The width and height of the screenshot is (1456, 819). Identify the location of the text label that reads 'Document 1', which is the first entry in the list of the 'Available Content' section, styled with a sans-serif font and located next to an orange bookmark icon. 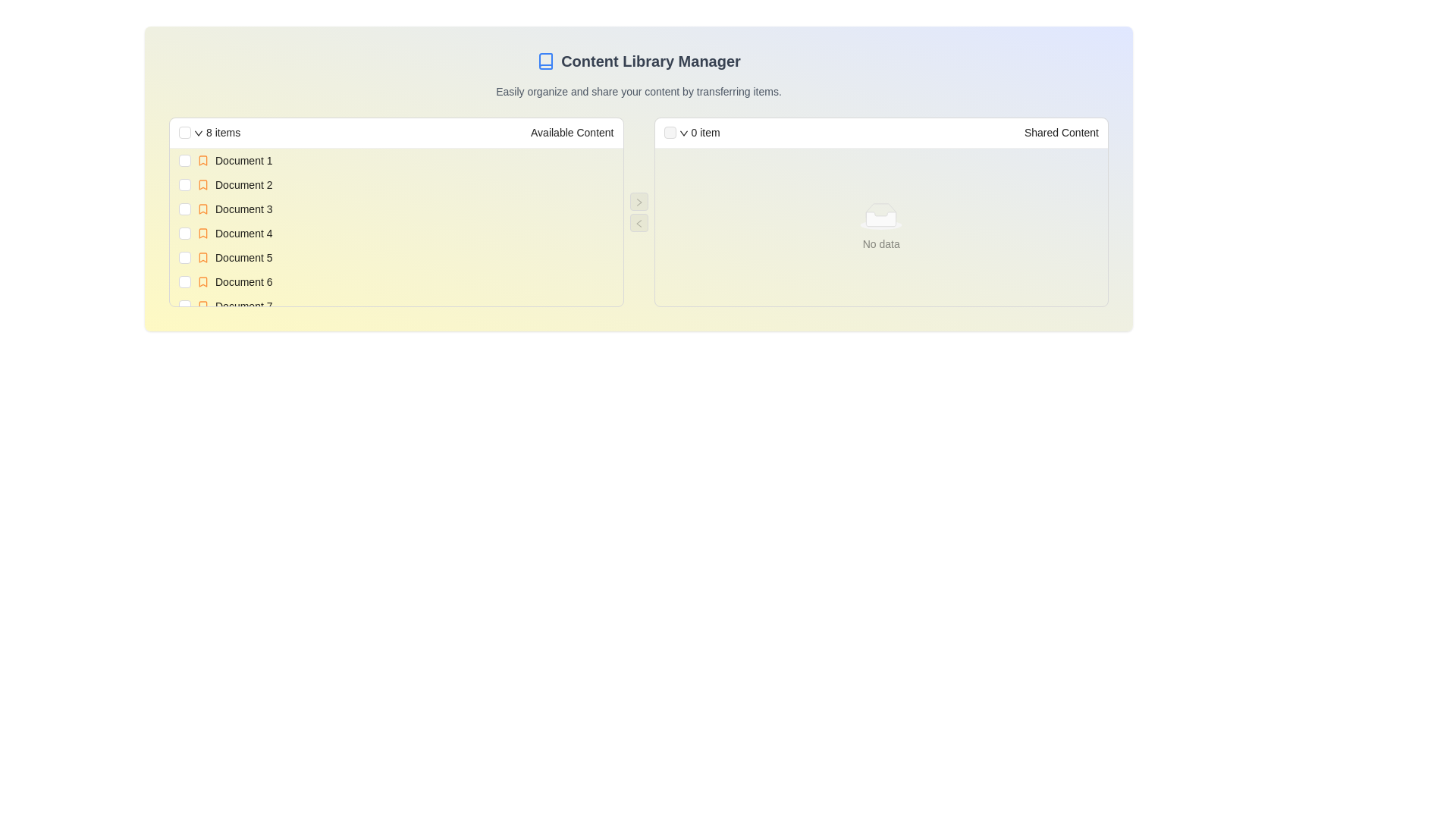
(243, 161).